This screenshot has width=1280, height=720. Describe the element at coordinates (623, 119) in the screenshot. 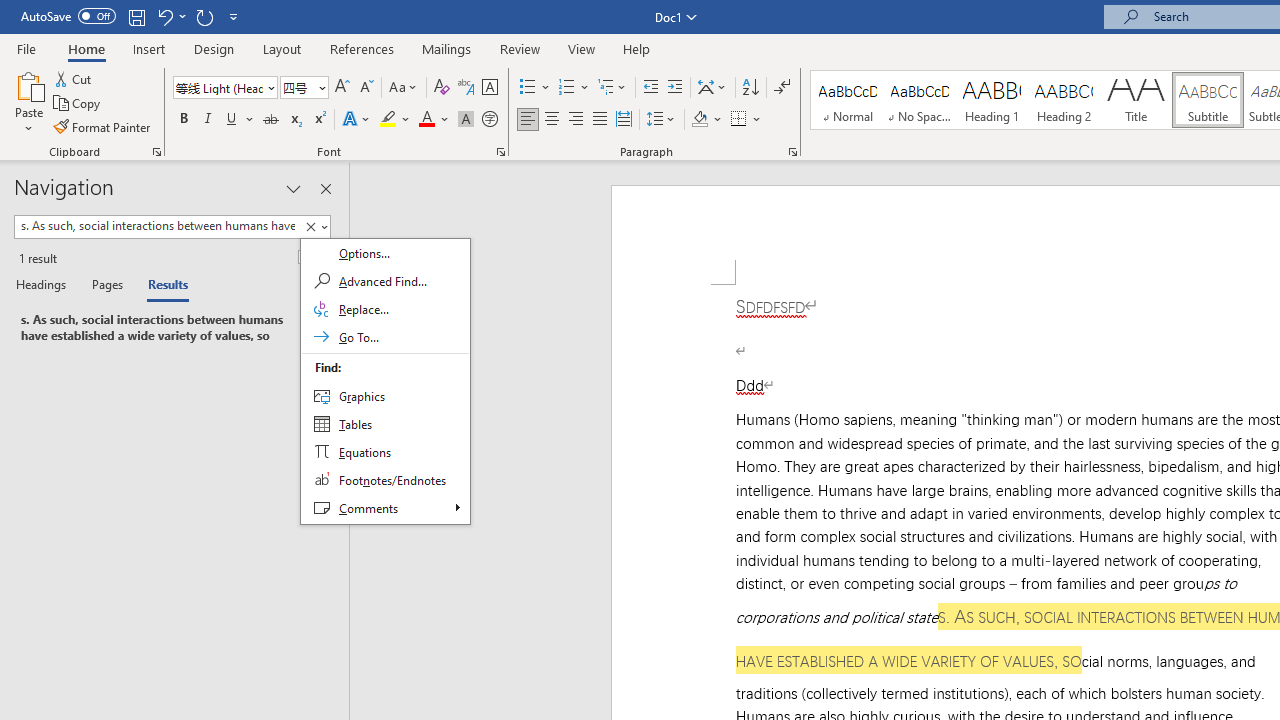

I see `'Distributed'` at that location.